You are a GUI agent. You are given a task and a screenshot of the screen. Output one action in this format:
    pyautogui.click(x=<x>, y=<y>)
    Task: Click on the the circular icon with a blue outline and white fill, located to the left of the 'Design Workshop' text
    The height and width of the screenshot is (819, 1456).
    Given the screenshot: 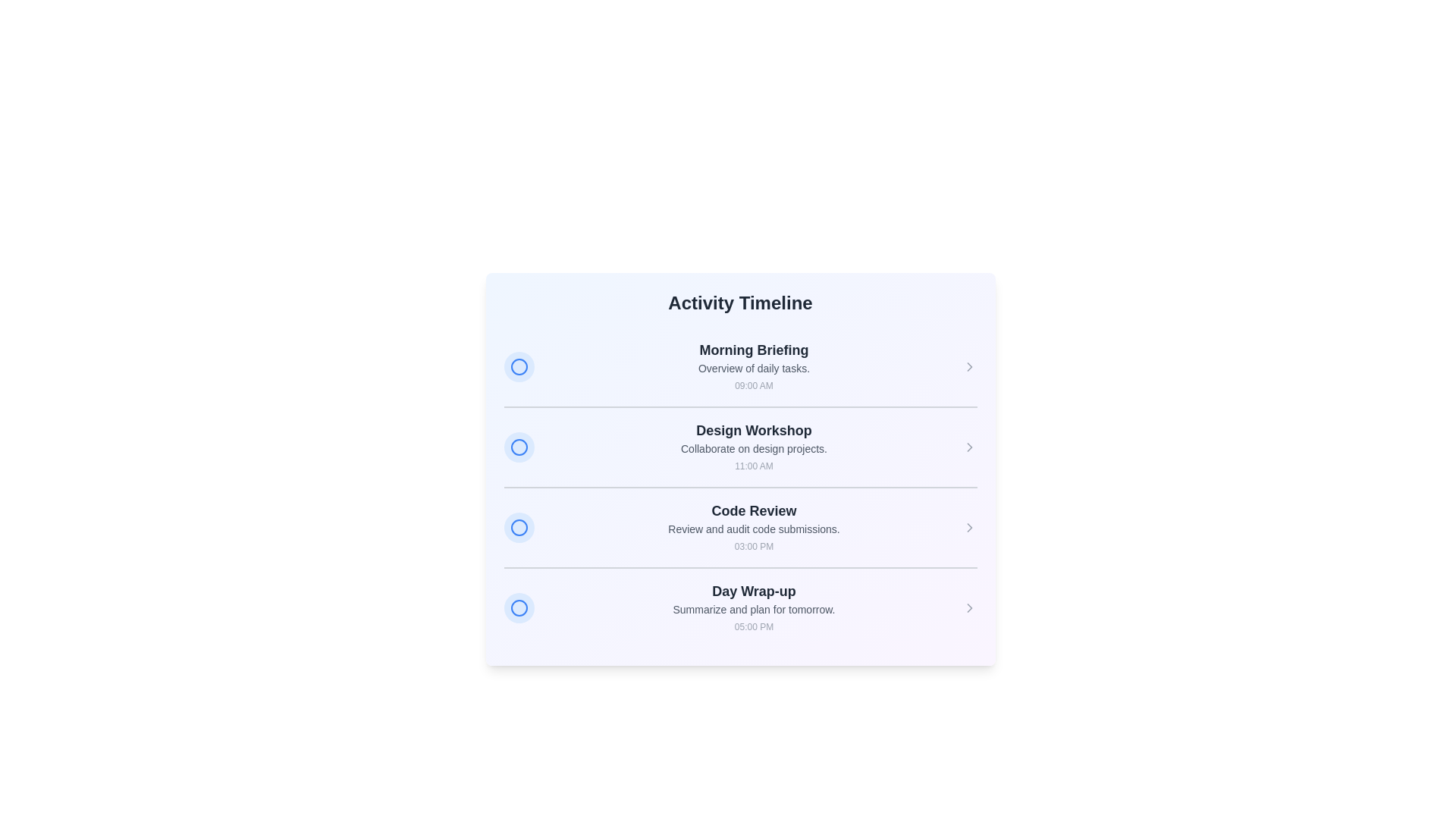 What is the action you would take?
    pyautogui.click(x=519, y=447)
    